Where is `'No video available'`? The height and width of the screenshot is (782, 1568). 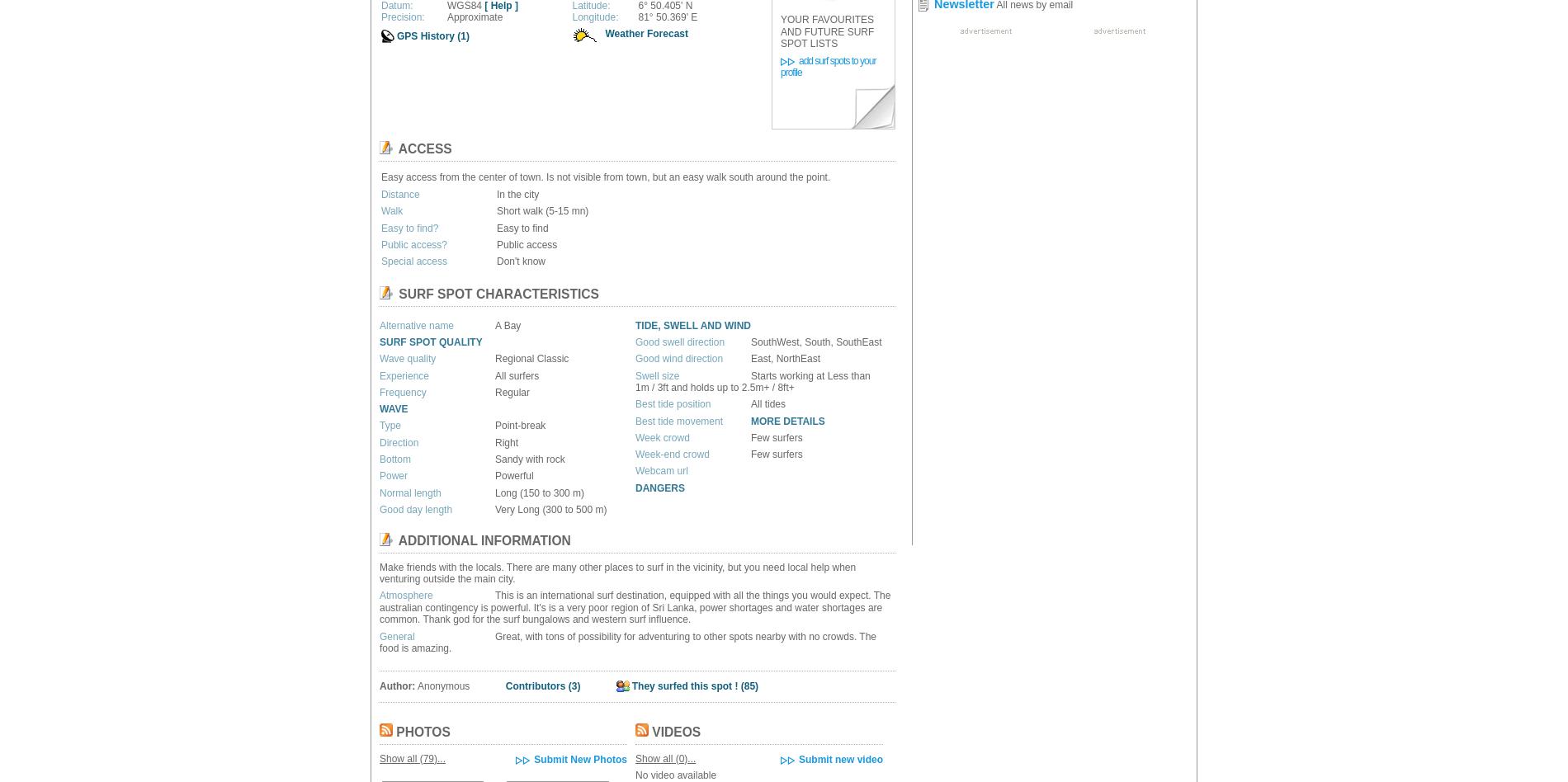 'No video available' is located at coordinates (675, 775).